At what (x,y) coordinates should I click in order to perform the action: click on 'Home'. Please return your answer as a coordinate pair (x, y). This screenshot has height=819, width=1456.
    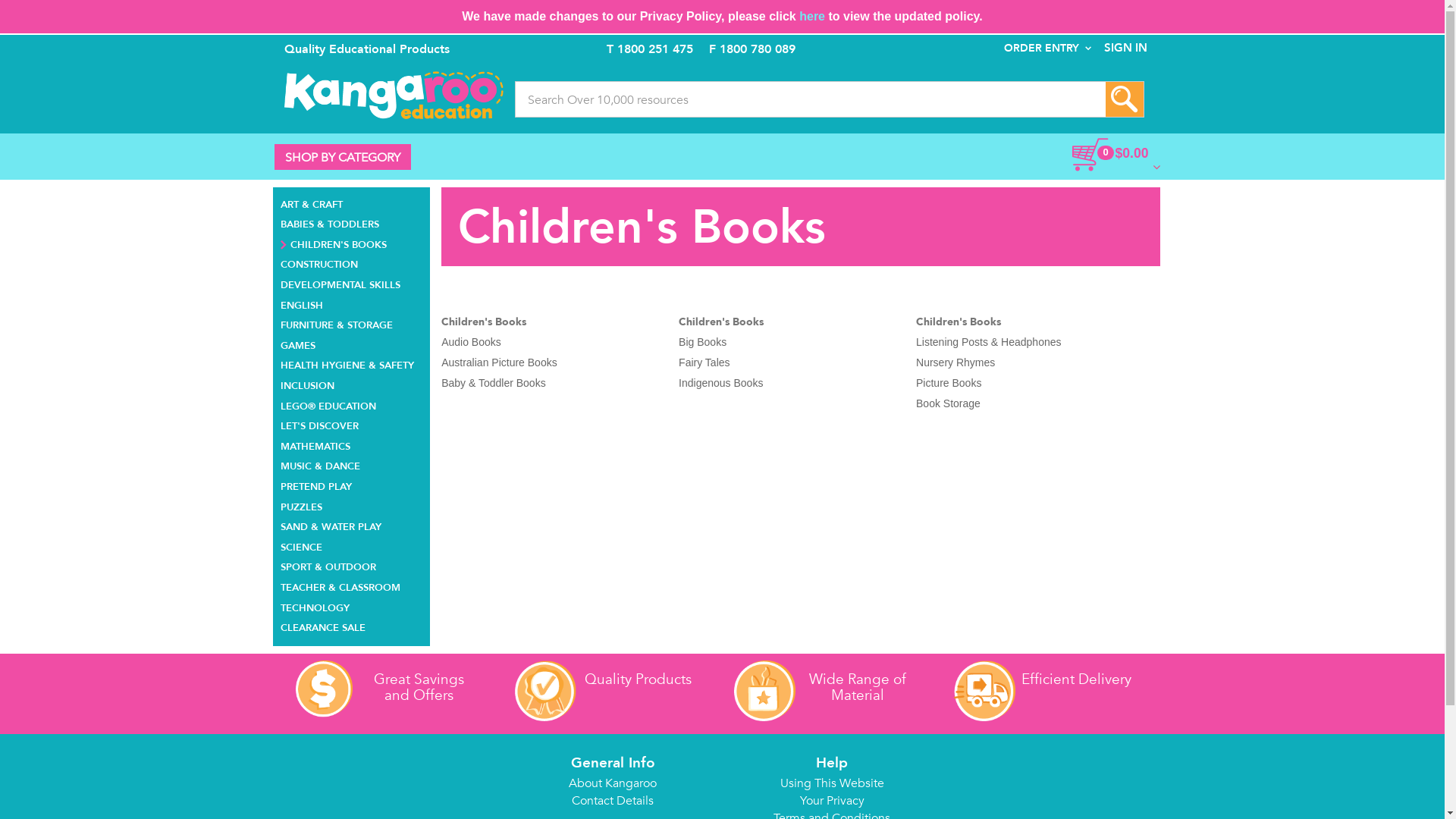
    Looking at the image, I should click on (393, 95).